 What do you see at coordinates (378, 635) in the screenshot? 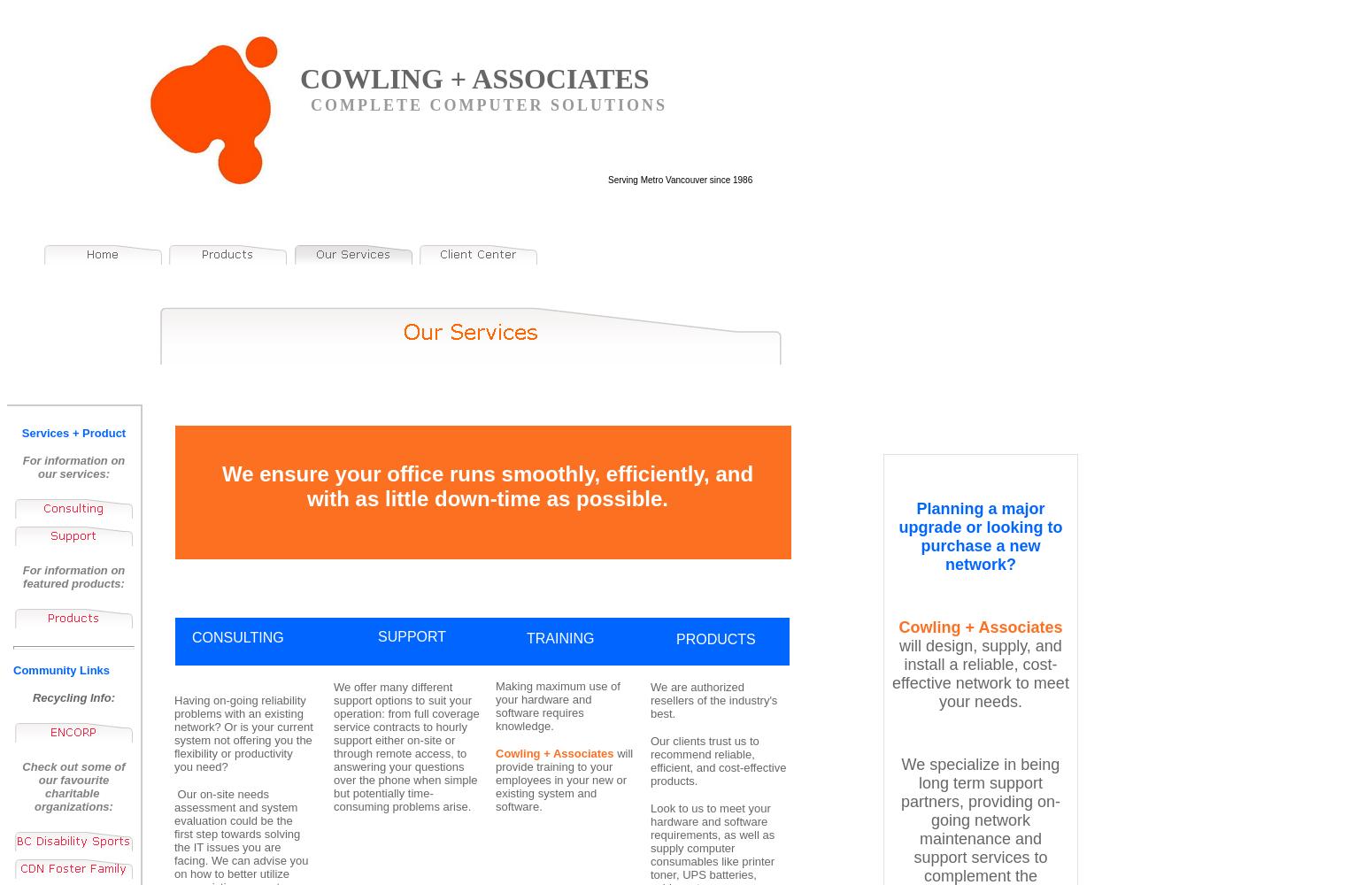
I see `'SUPPORT'` at bounding box center [378, 635].